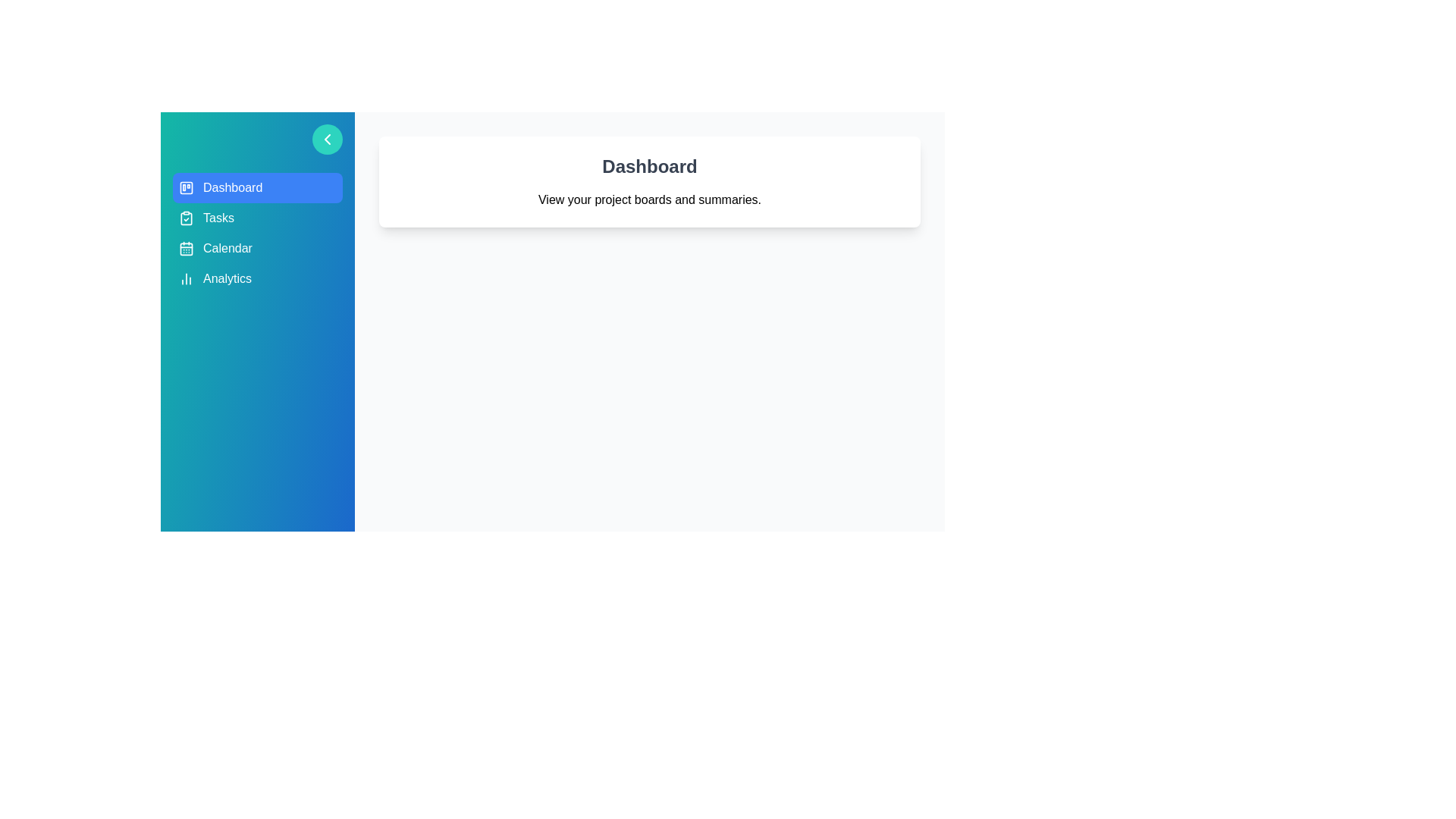 The height and width of the screenshot is (819, 1456). I want to click on the small vertical bar chart icon located within the 'Analytics' menu item of the sidebar, which is aligned to the left of the text 'Analytics', so click(185, 278).